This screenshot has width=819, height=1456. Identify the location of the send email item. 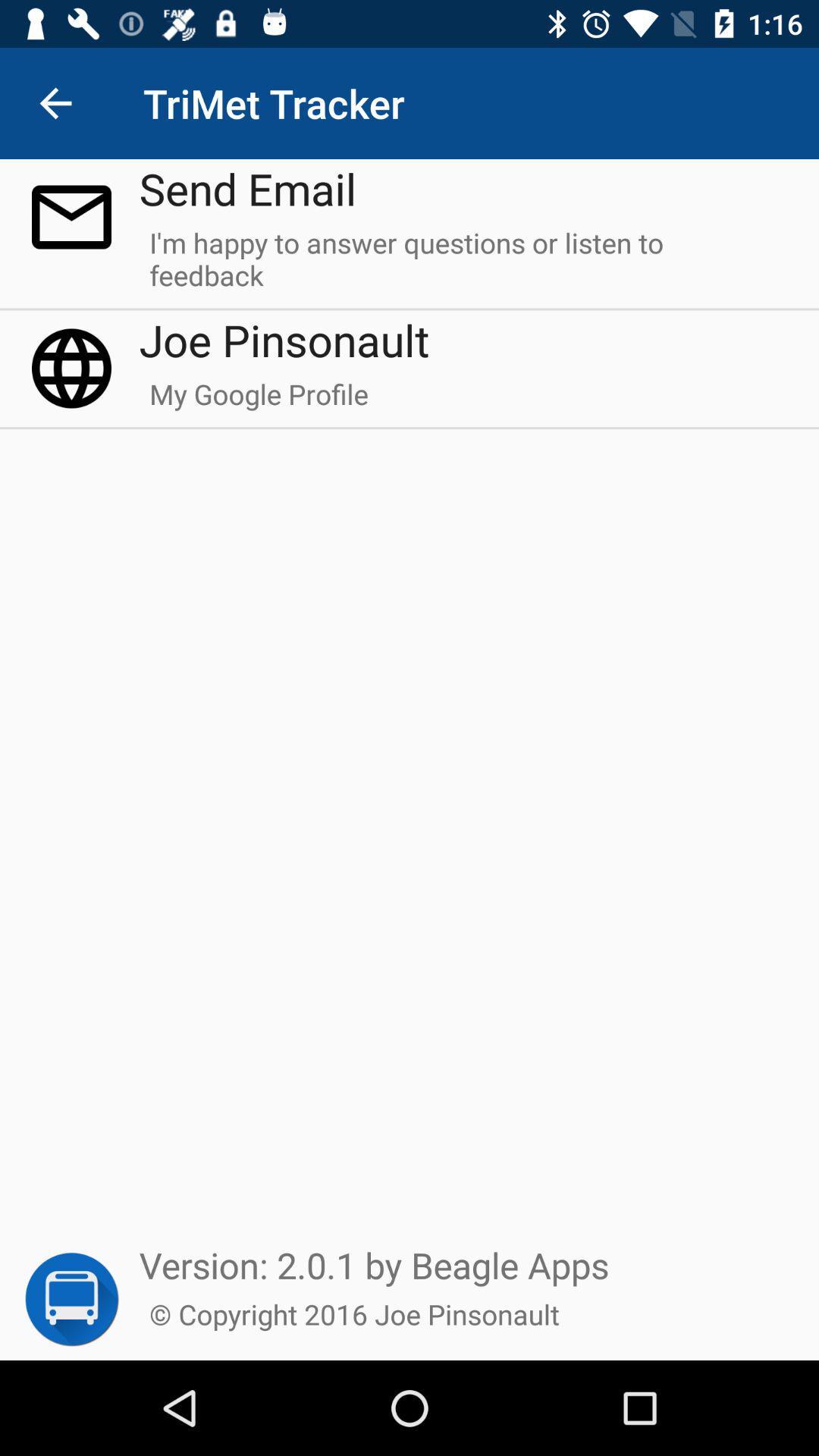
(247, 187).